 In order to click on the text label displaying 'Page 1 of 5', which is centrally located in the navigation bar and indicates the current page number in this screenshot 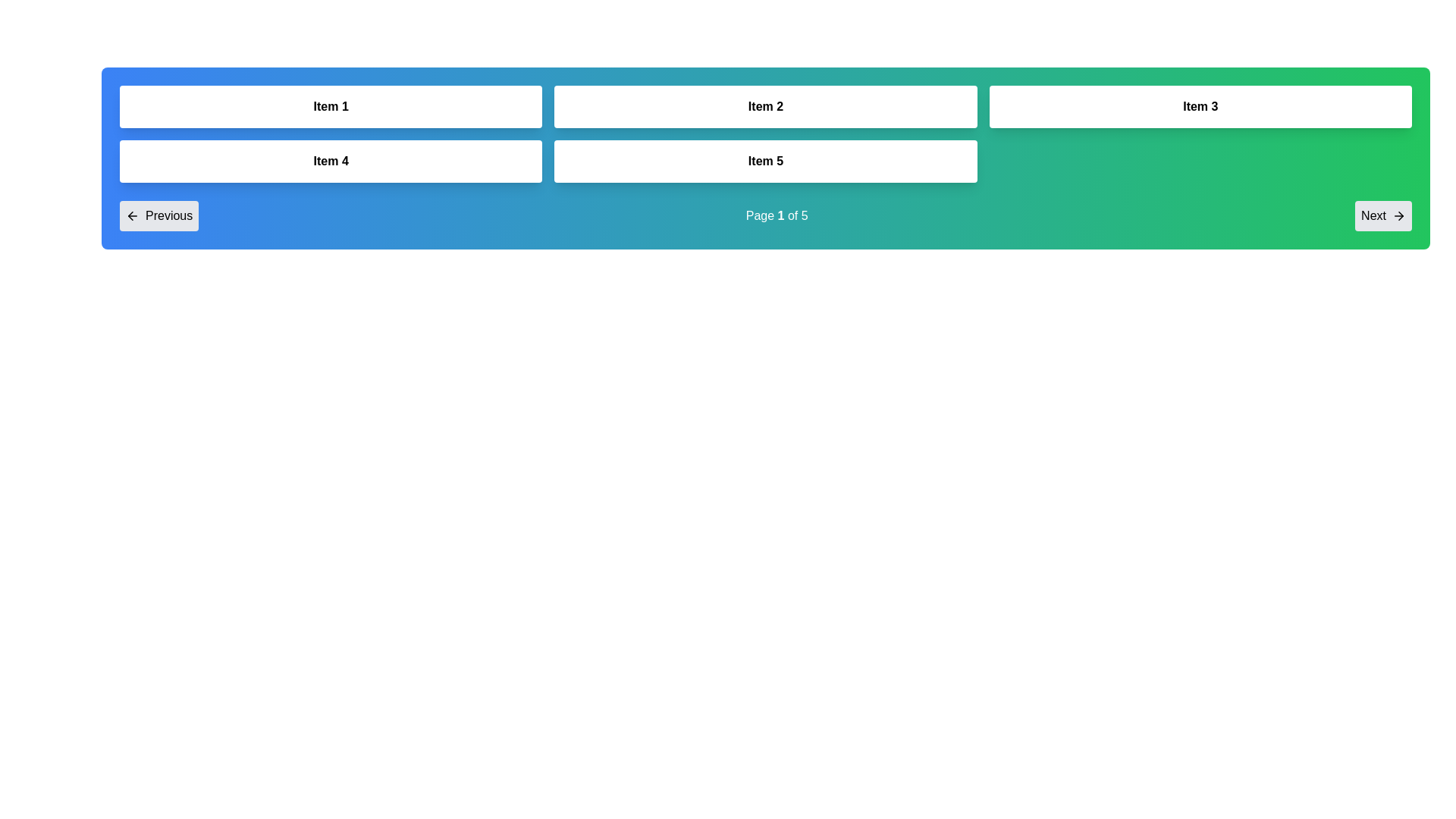, I will do `click(777, 216)`.